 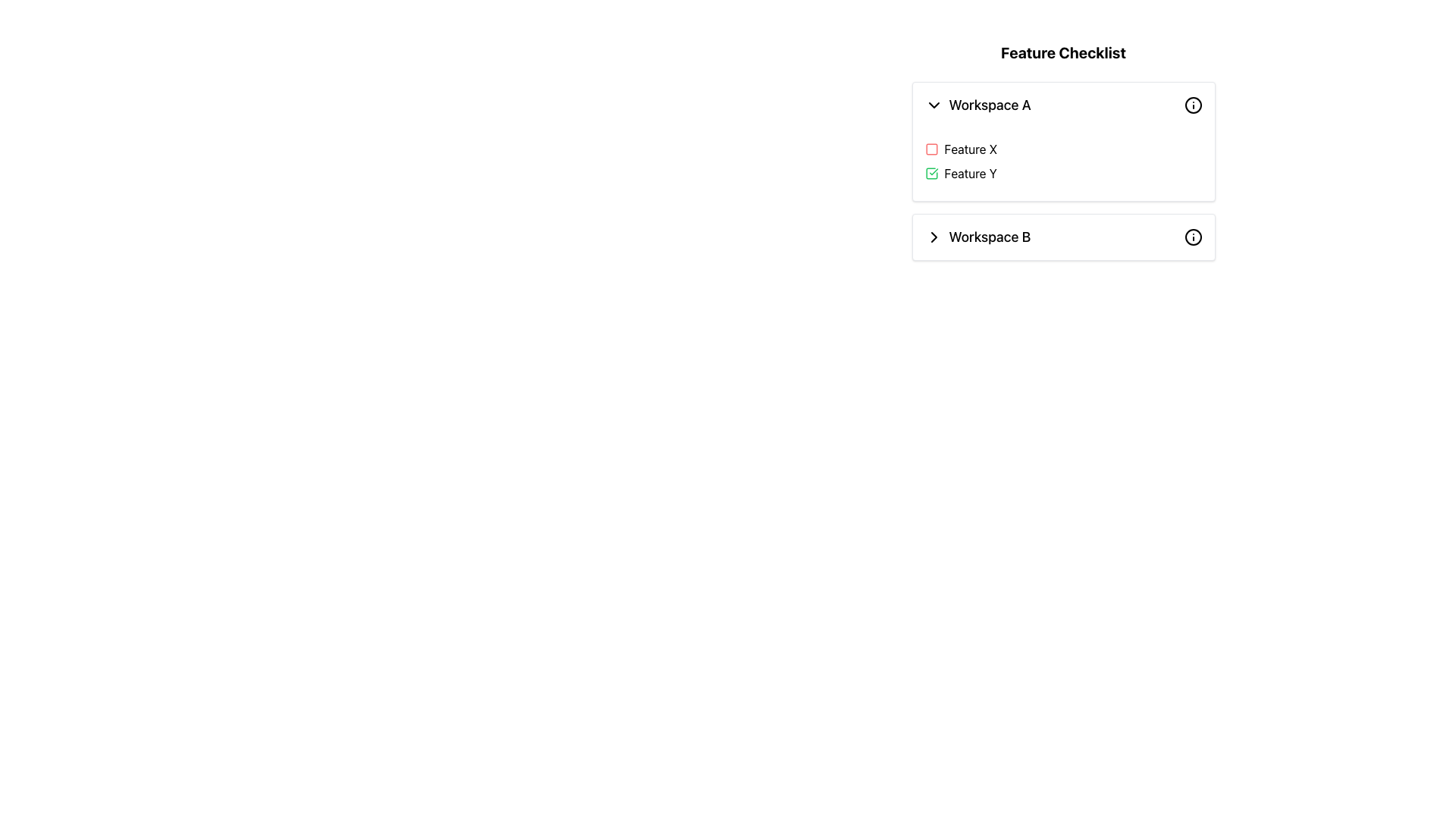 What do you see at coordinates (971, 172) in the screenshot?
I see `the label indicating the name of a feature, located to the right of a green checkmark icon in the 'Feature Checklist' panel under 'Workspace A'` at bounding box center [971, 172].